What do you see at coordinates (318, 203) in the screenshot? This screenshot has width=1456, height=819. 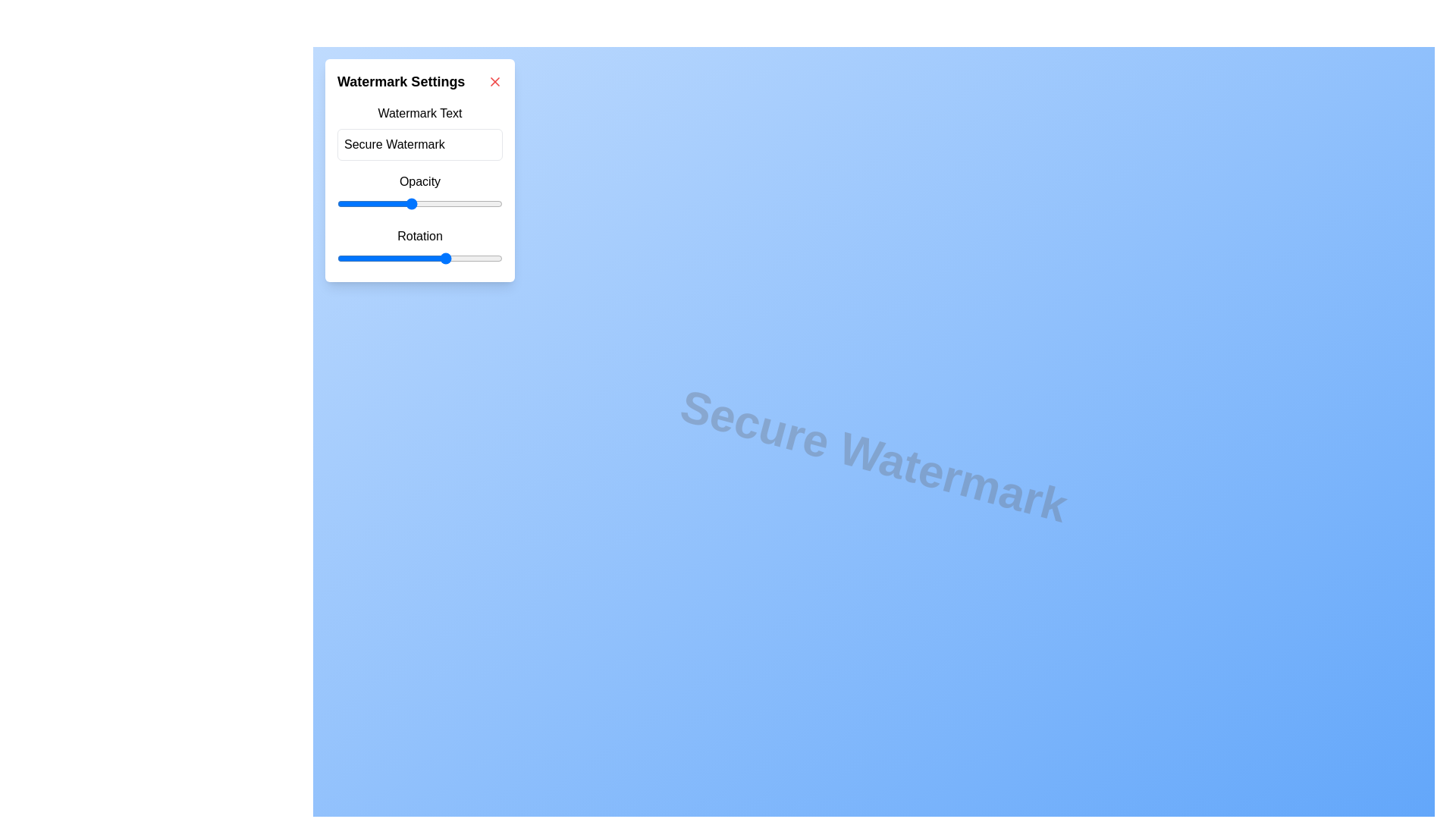 I see `the opacity value` at bounding box center [318, 203].